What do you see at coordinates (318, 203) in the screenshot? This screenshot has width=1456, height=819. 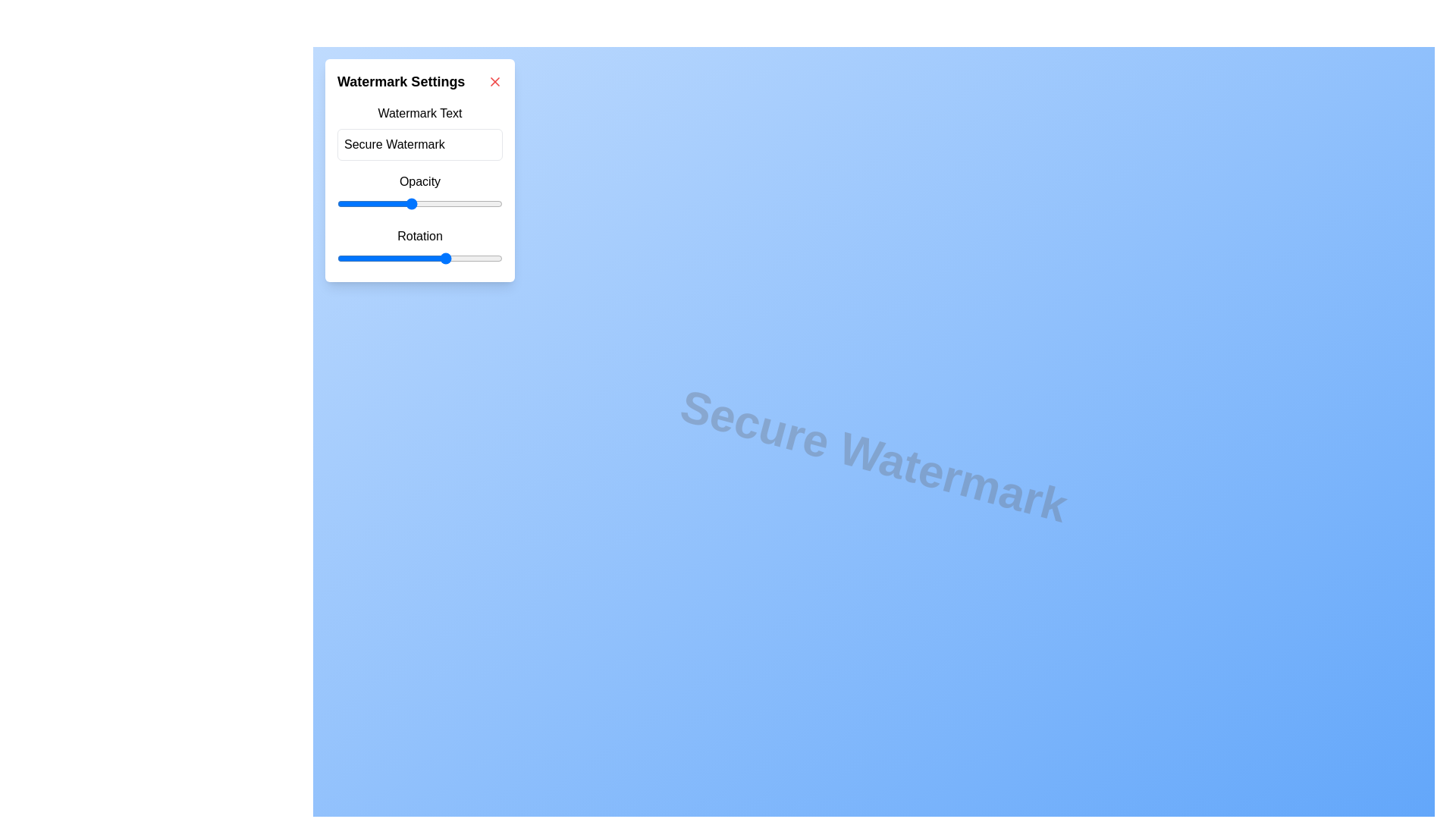 I see `the opacity value` at bounding box center [318, 203].